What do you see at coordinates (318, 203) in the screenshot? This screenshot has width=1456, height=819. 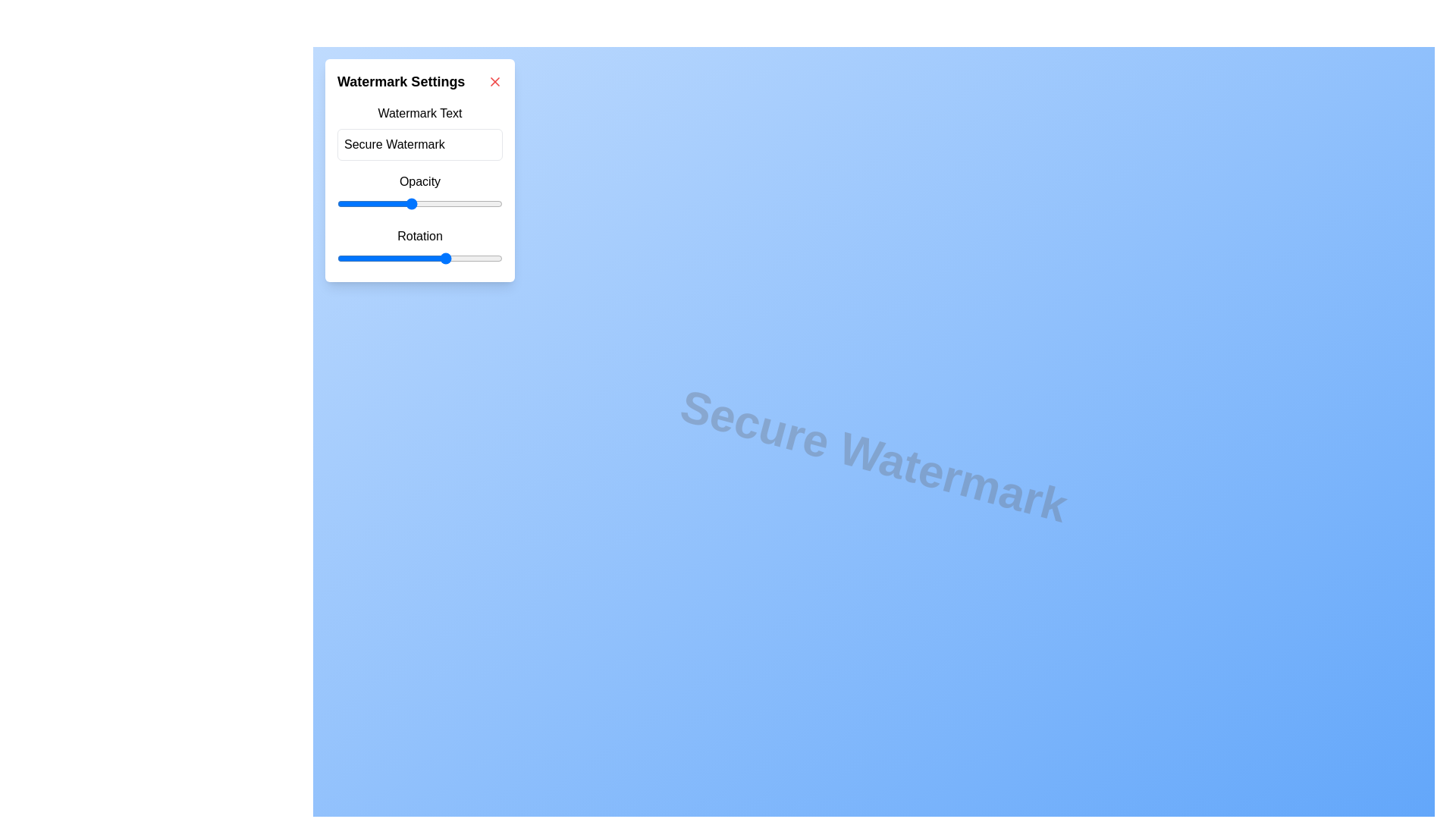 I see `the opacity value` at bounding box center [318, 203].